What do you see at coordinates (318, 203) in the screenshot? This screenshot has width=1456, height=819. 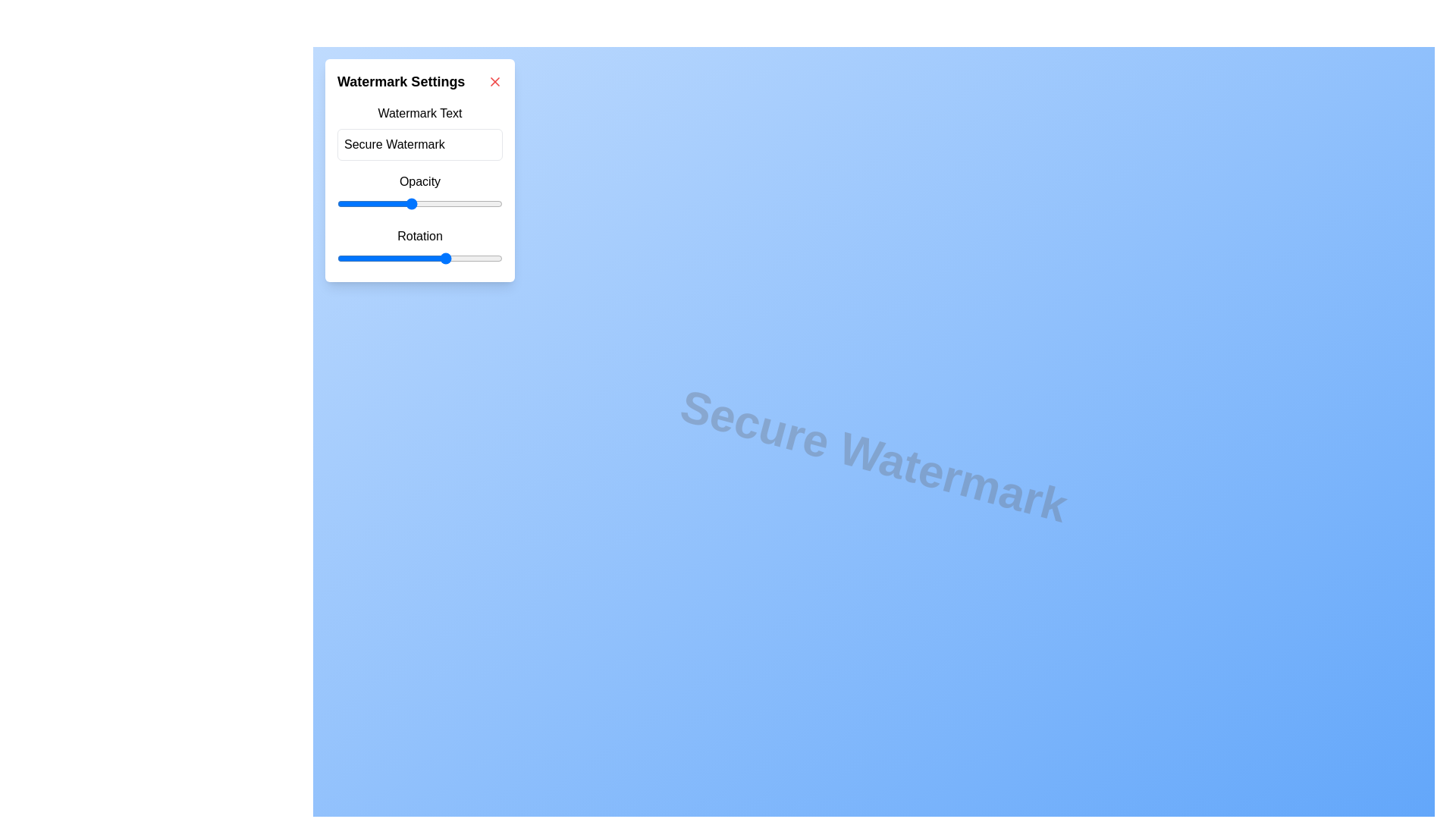 I see `the opacity value` at bounding box center [318, 203].